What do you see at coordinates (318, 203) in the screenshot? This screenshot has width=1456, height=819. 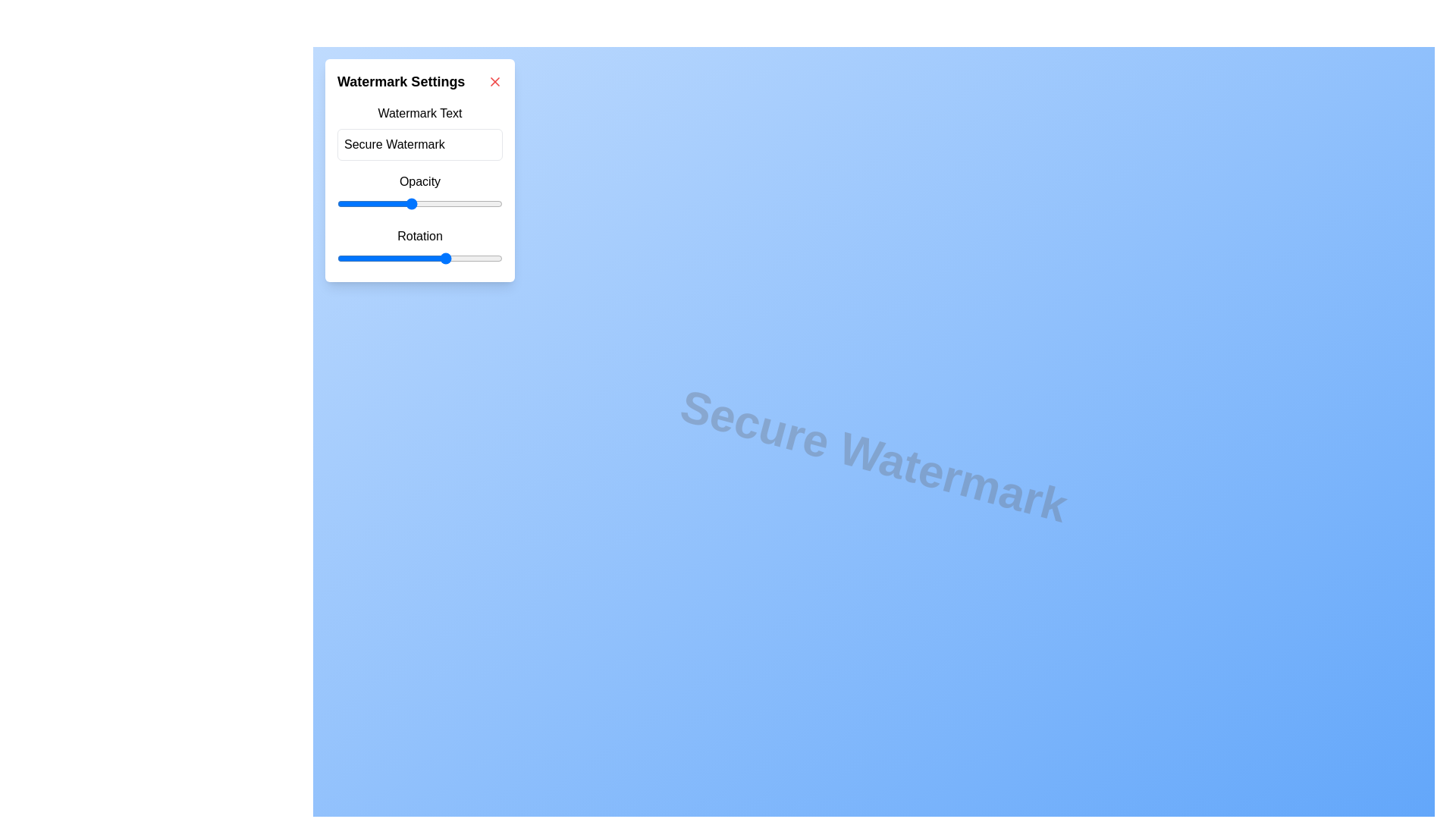 I see `the opacity value` at bounding box center [318, 203].